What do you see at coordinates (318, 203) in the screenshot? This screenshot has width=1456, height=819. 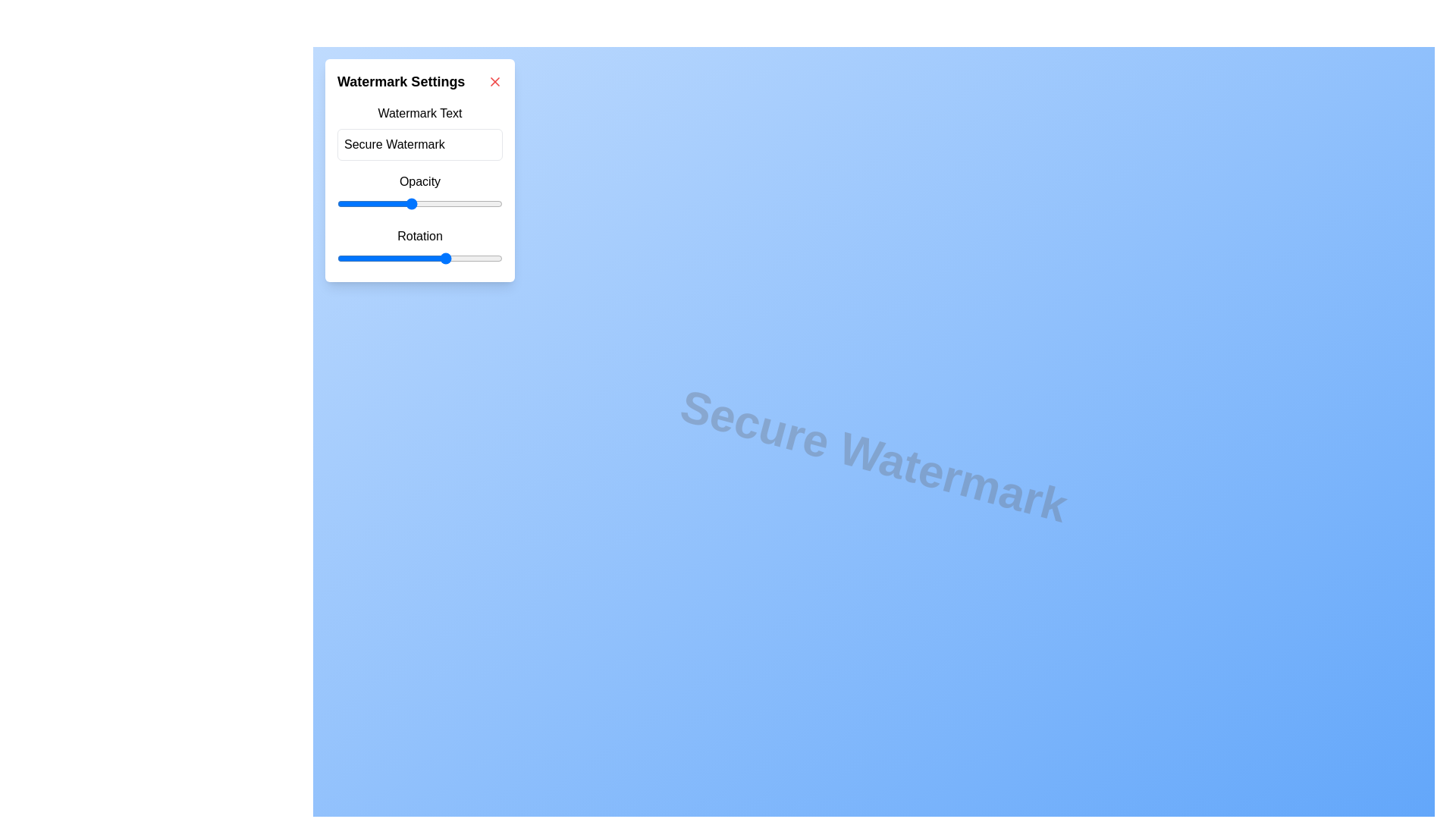 I see `the opacity value` at bounding box center [318, 203].